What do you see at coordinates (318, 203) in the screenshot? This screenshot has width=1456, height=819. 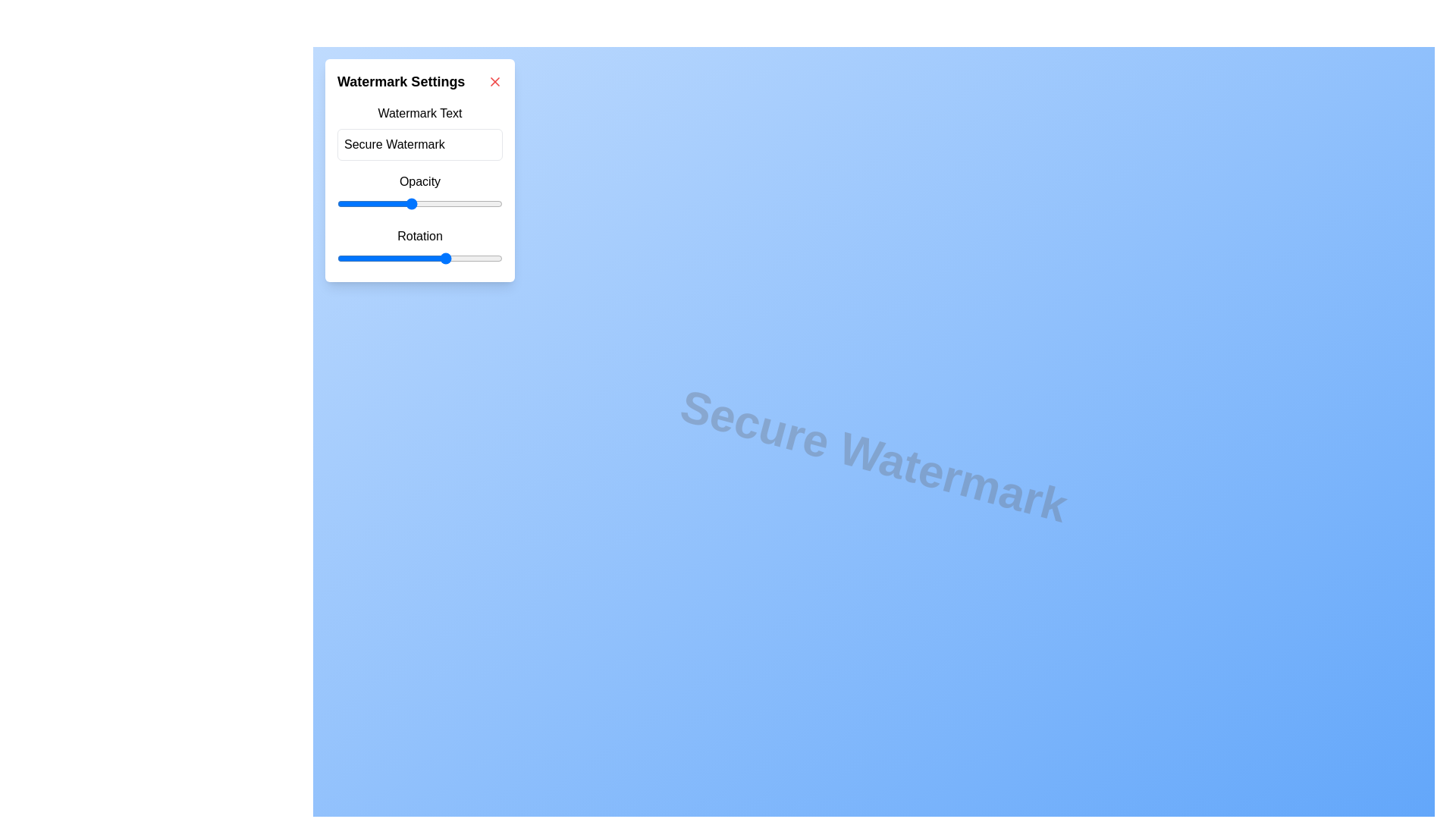 I see `the opacity value` at bounding box center [318, 203].